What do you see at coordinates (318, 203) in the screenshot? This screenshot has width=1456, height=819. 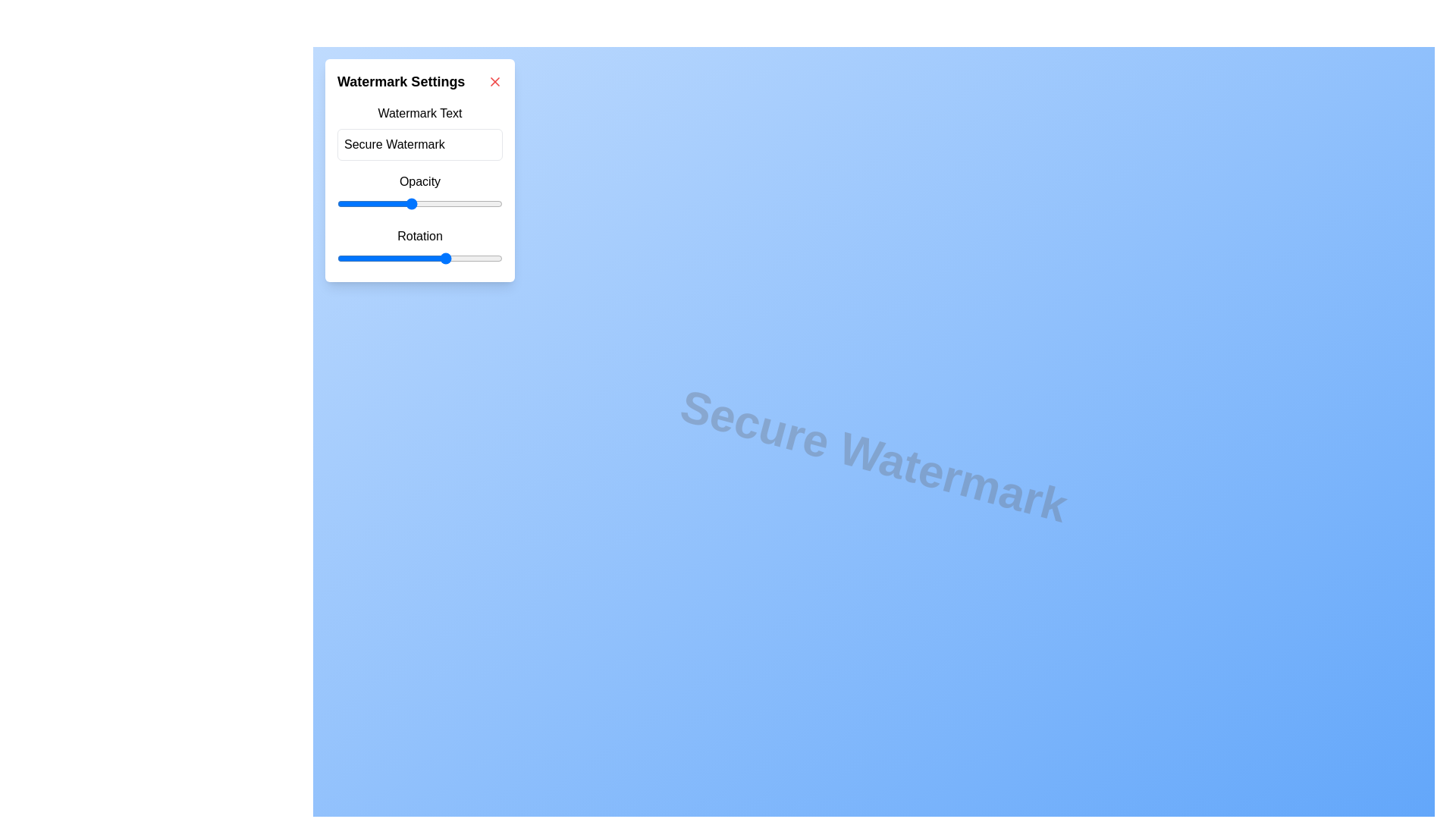 I see `the opacity value` at bounding box center [318, 203].